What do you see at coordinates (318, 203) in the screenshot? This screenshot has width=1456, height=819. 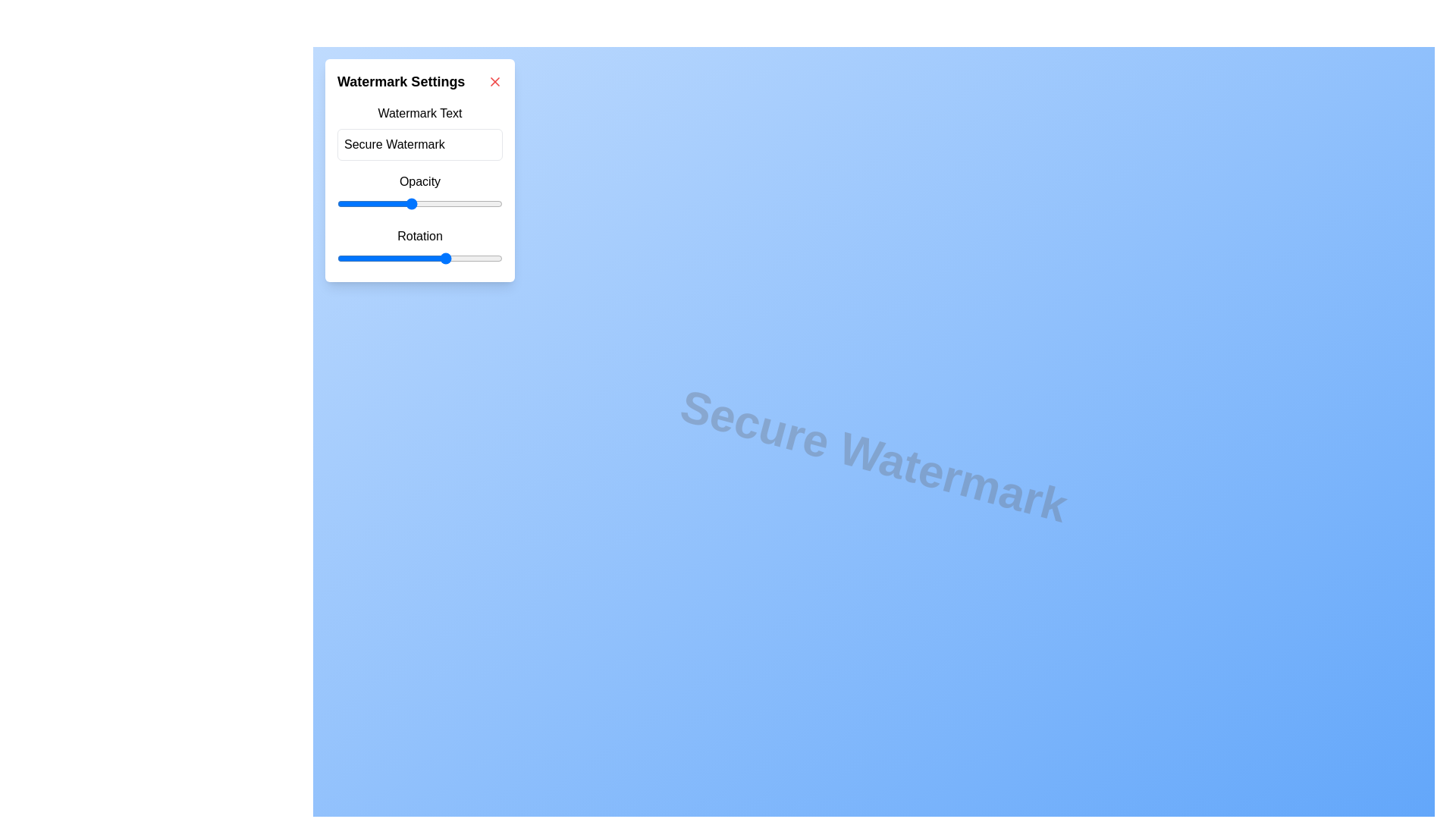 I see `the opacity value` at bounding box center [318, 203].